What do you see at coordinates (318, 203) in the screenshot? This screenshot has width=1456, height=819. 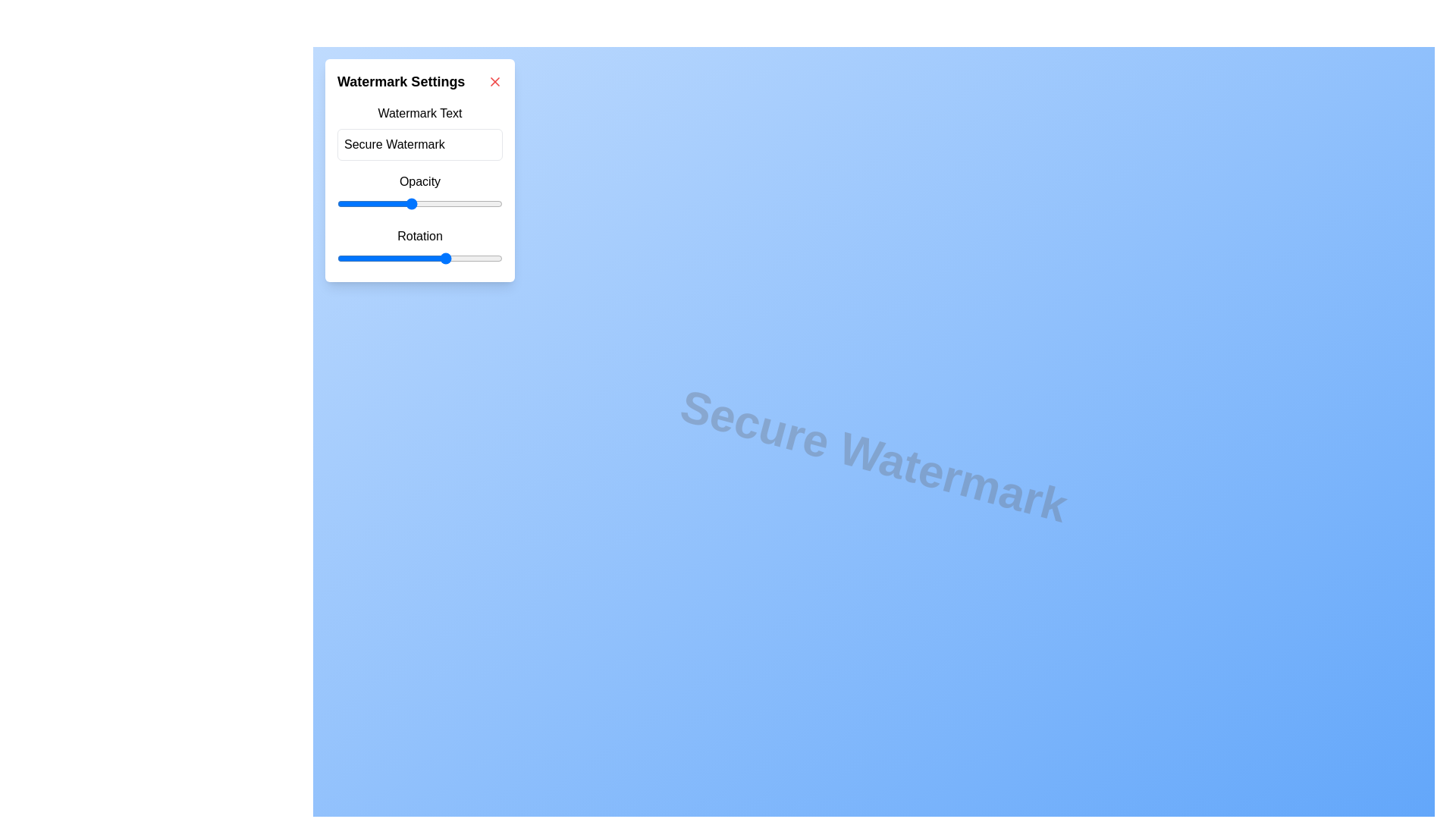 I see `the opacity value` at bounding box center [318, 203].